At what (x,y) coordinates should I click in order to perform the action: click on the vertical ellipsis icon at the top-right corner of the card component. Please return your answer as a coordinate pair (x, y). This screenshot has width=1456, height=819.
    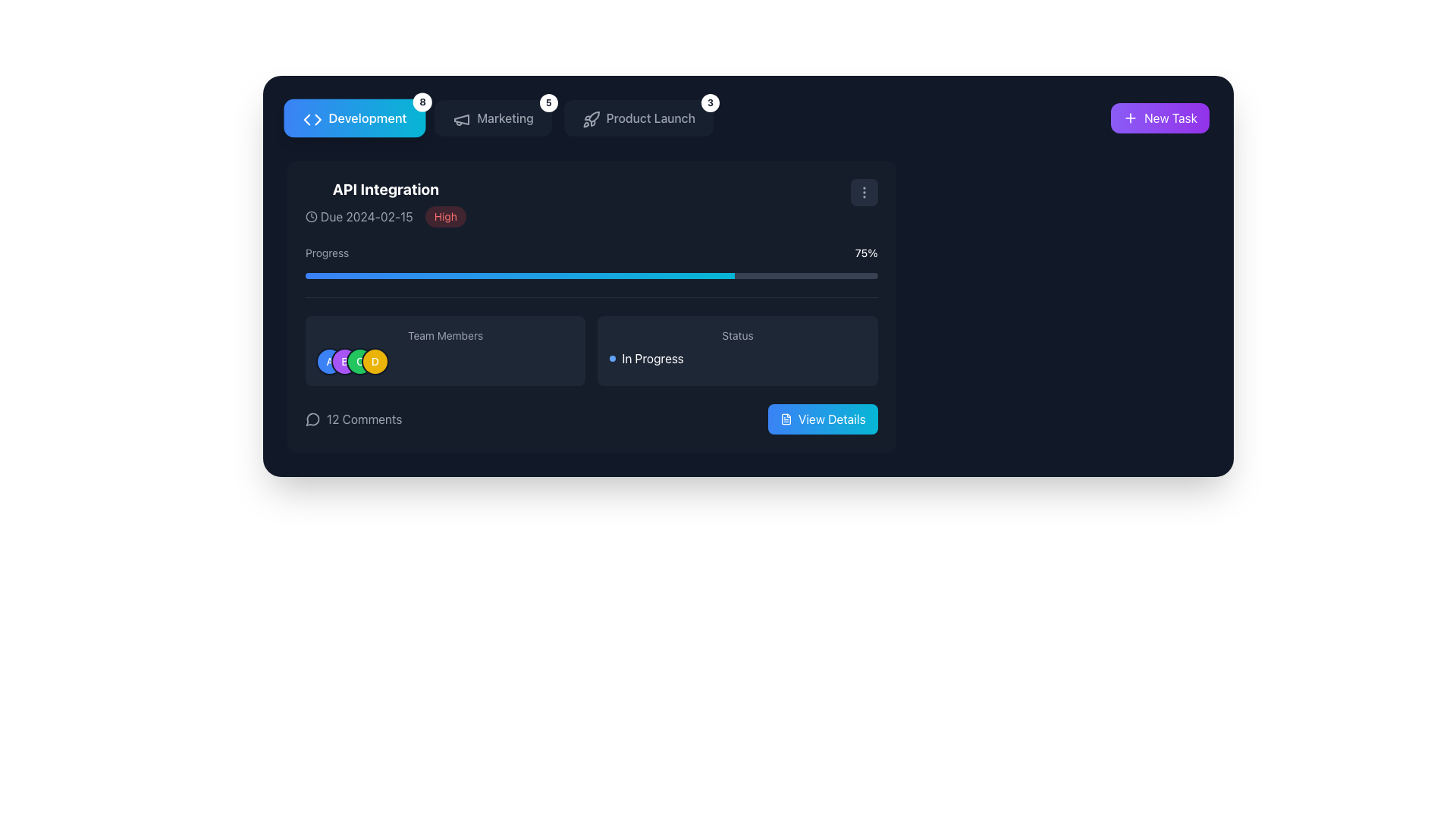
    Looking at the image, I should click on (864, 192).